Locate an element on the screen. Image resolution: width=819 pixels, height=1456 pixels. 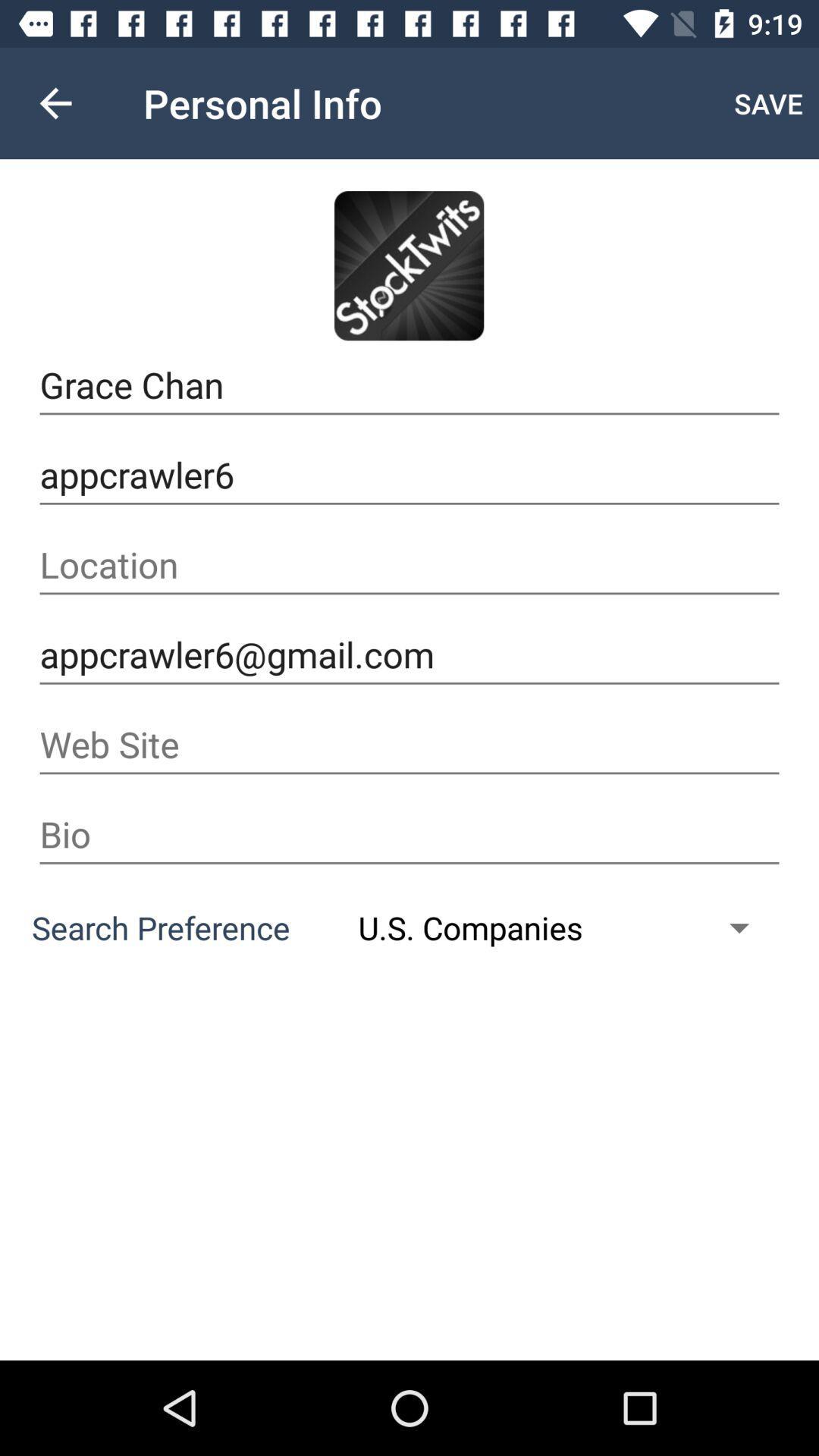
the item below the appcrawler6@gmail.com item is located at coordinates (409, 745).